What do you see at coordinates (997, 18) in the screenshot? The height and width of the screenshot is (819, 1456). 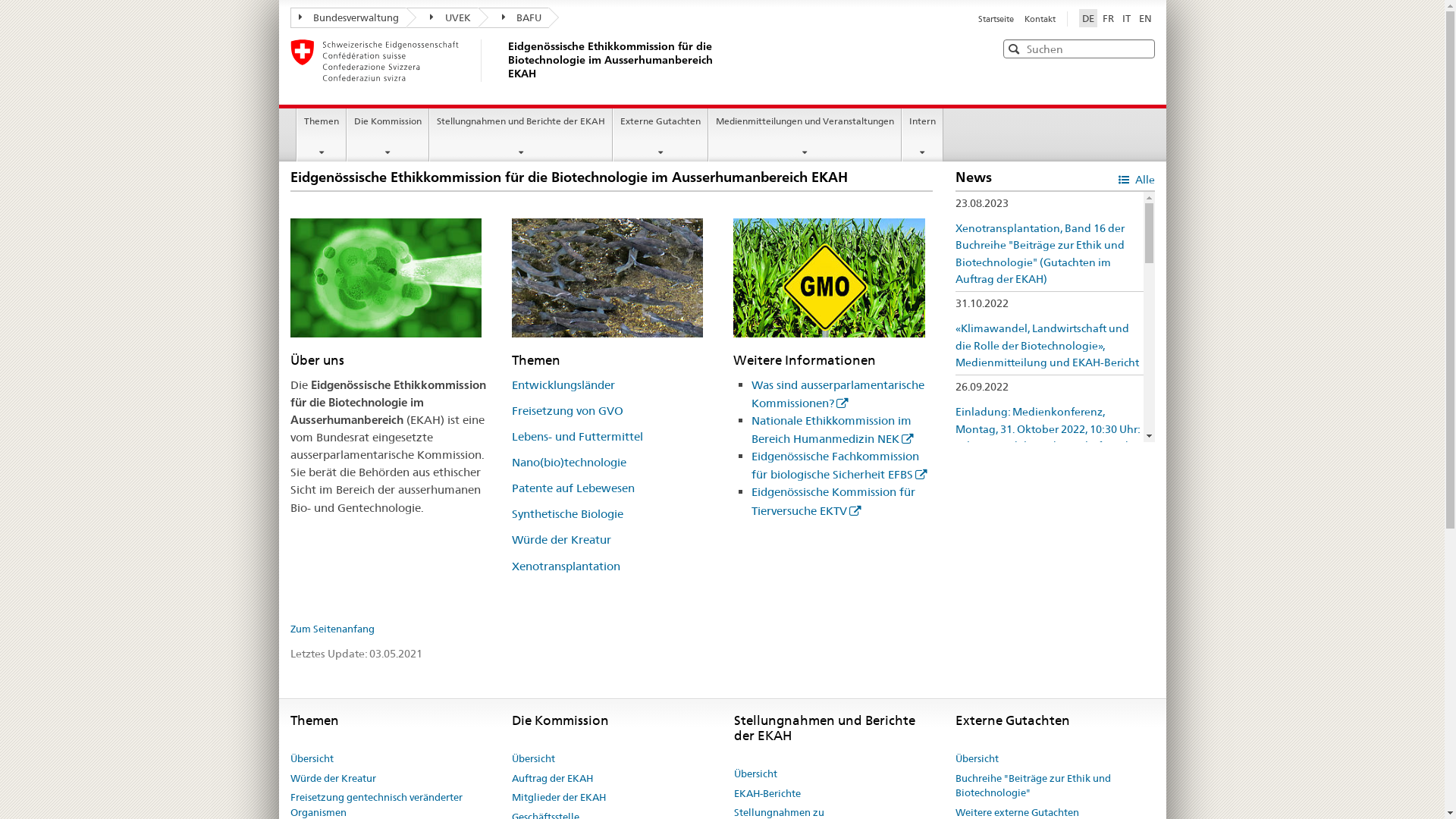 I see `'Startseite'` at bounding box center [997, 18].